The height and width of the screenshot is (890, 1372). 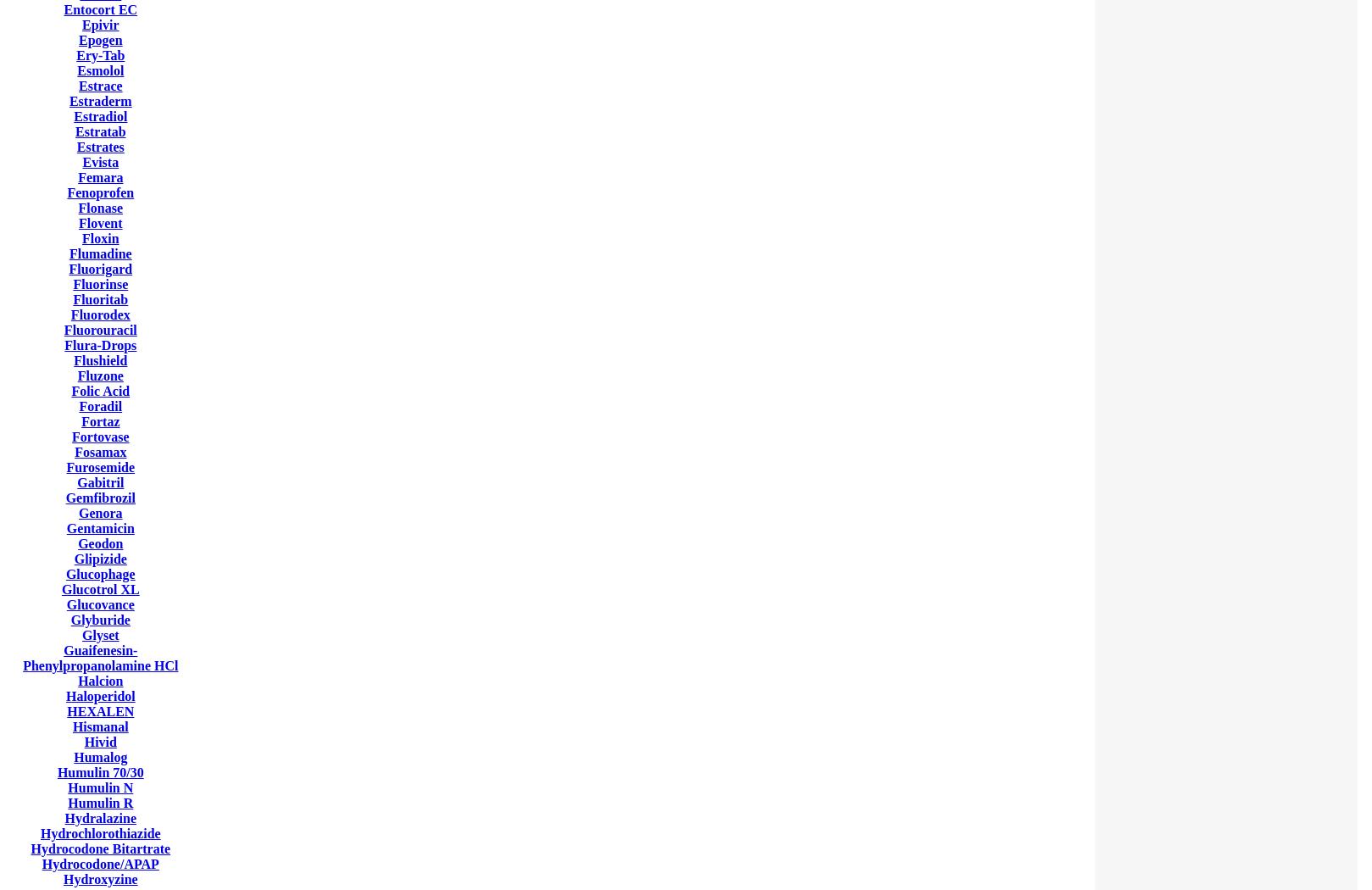 What do you see at coordinates (100, 161) in the screenshot?
I see `'Evista'` at bounding box center [100, 161].